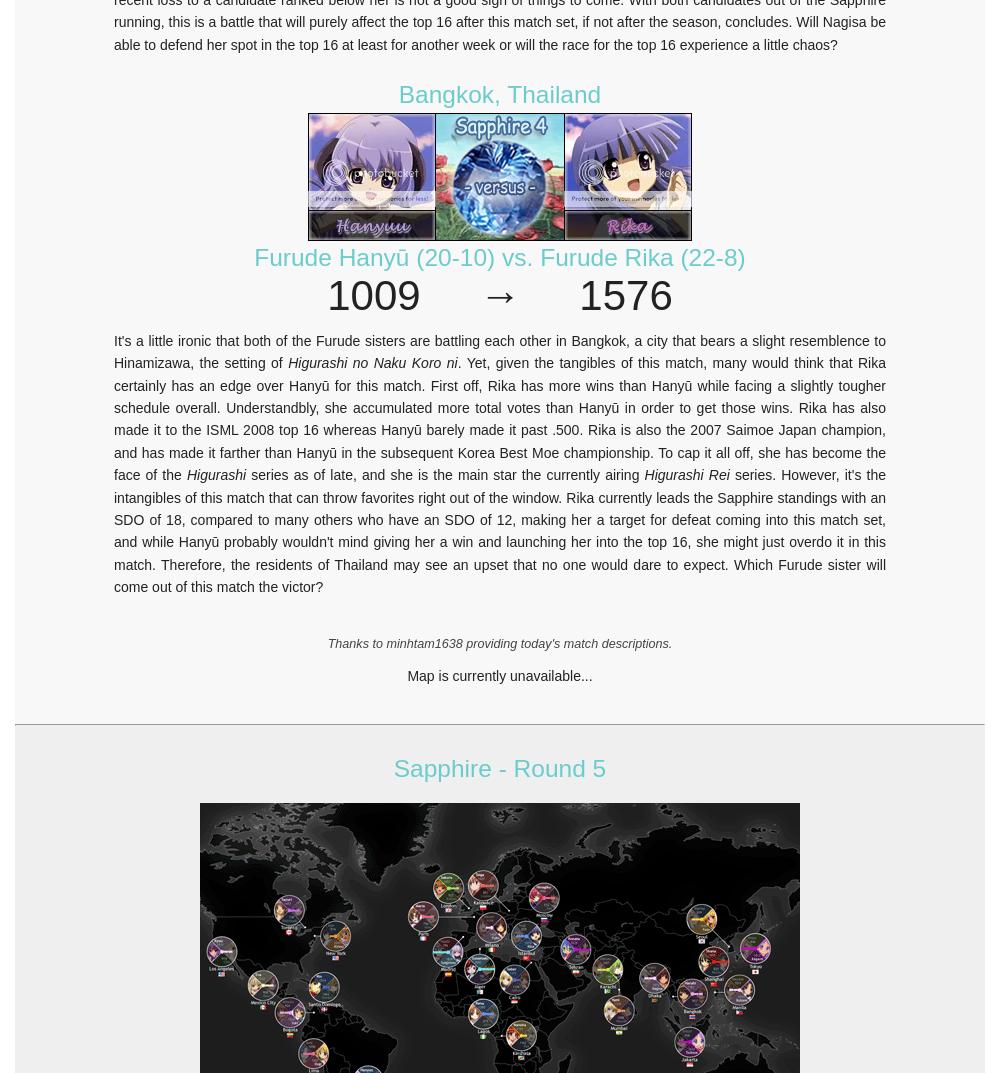 The image size is (1000, 1073). I want to click on 'It's a little ironic that both of the Furude sisters are battling each other in Bangkok, a city that bears a slight resemblence to Hinamizawa, the setting of', so click(500, 351).